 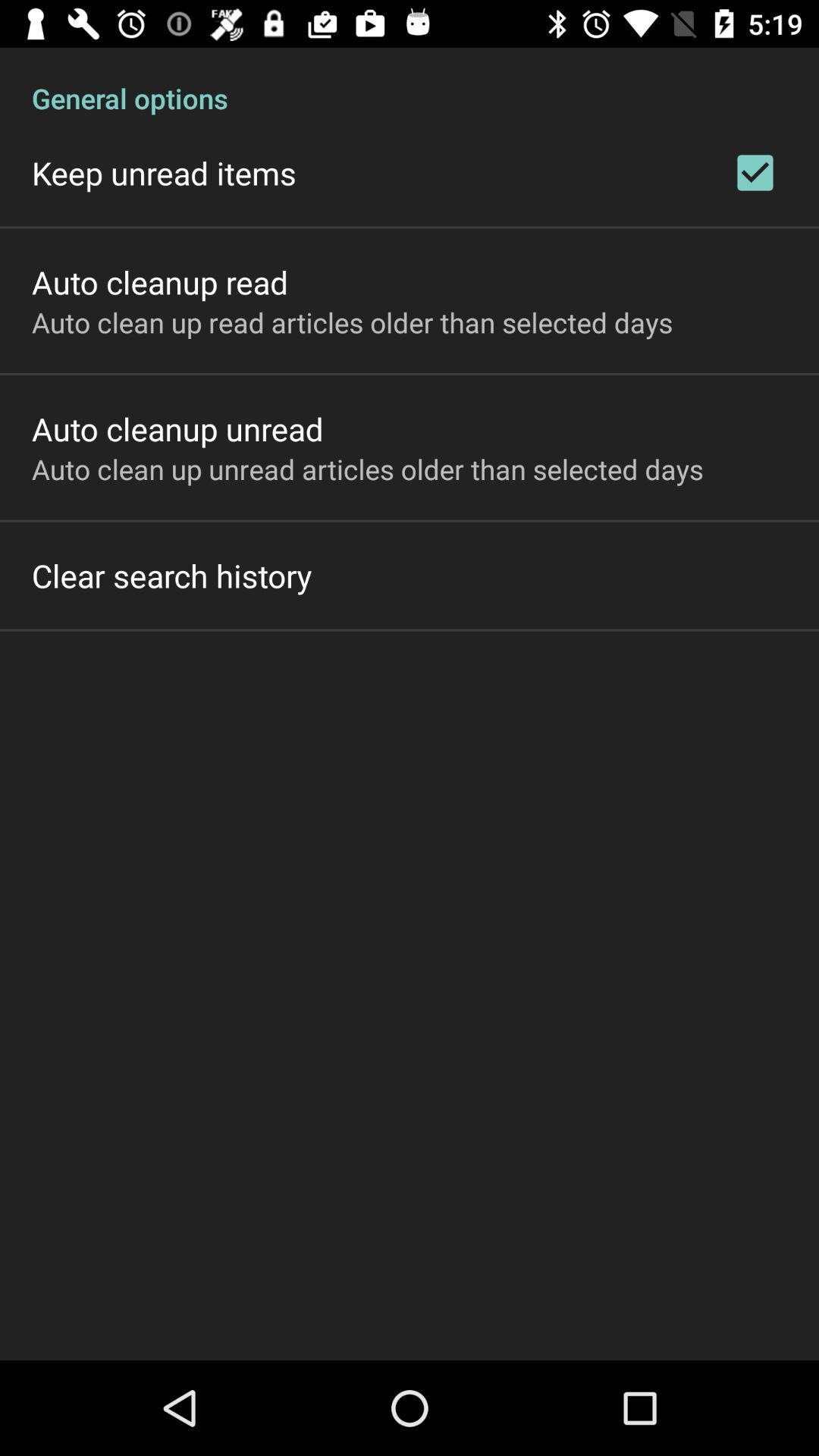 I want to click on the clear search history on the left, so click(x=171, y=574).